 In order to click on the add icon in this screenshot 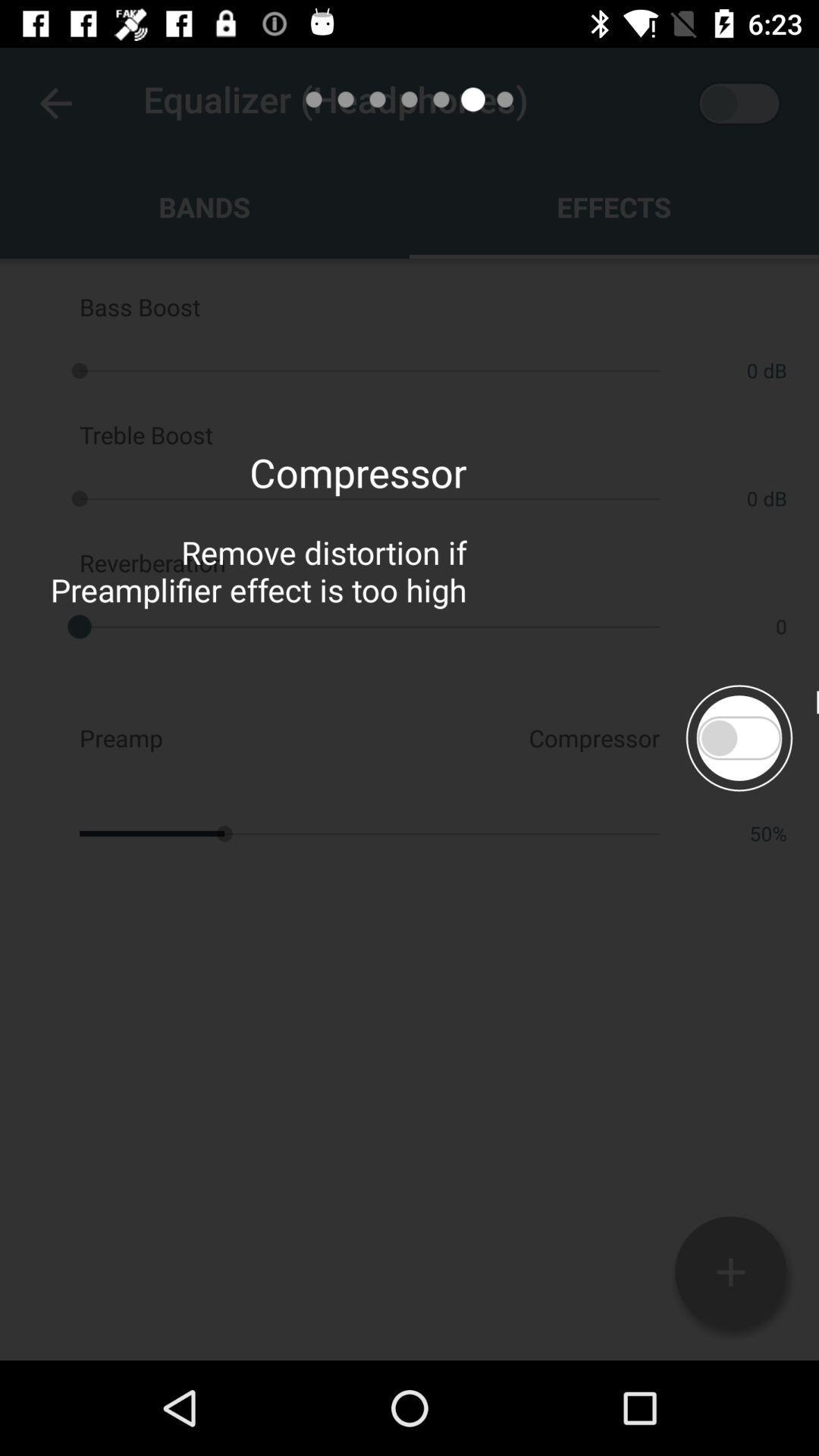, I will do `click(730, 1272)`.